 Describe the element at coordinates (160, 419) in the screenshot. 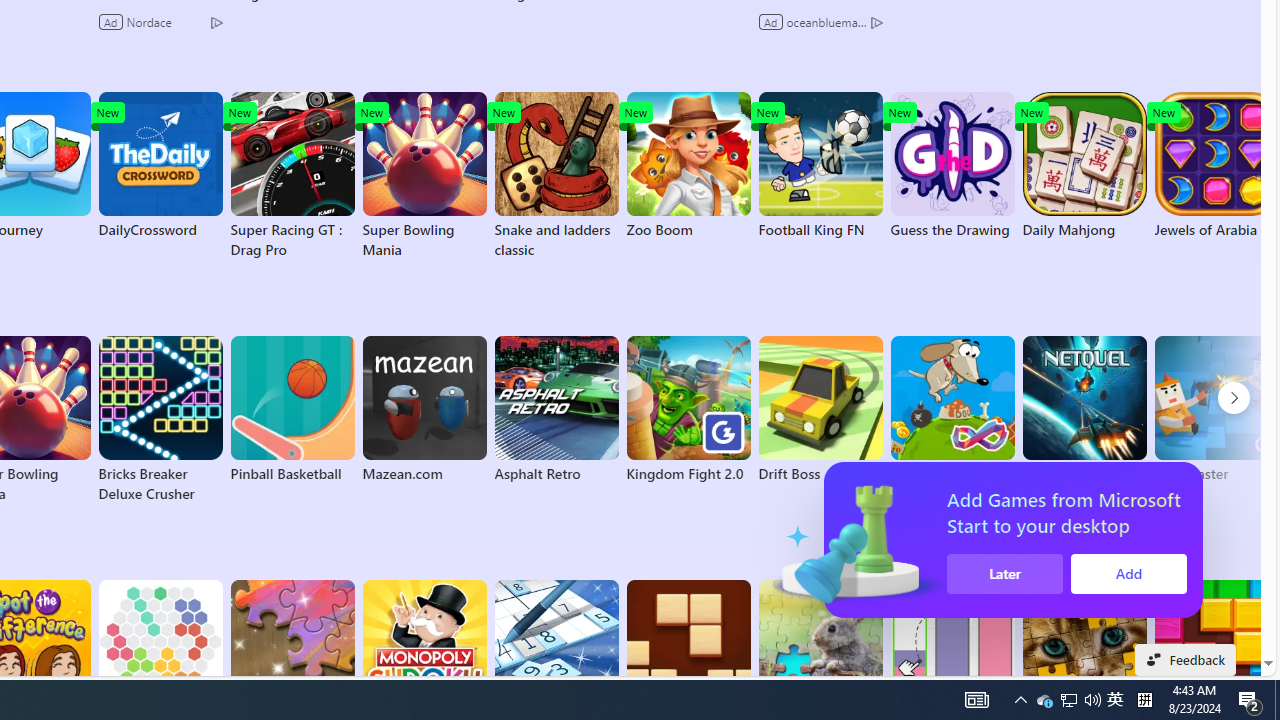

I see `'Bricks Breaker Deluxe Crusher'` at that location.